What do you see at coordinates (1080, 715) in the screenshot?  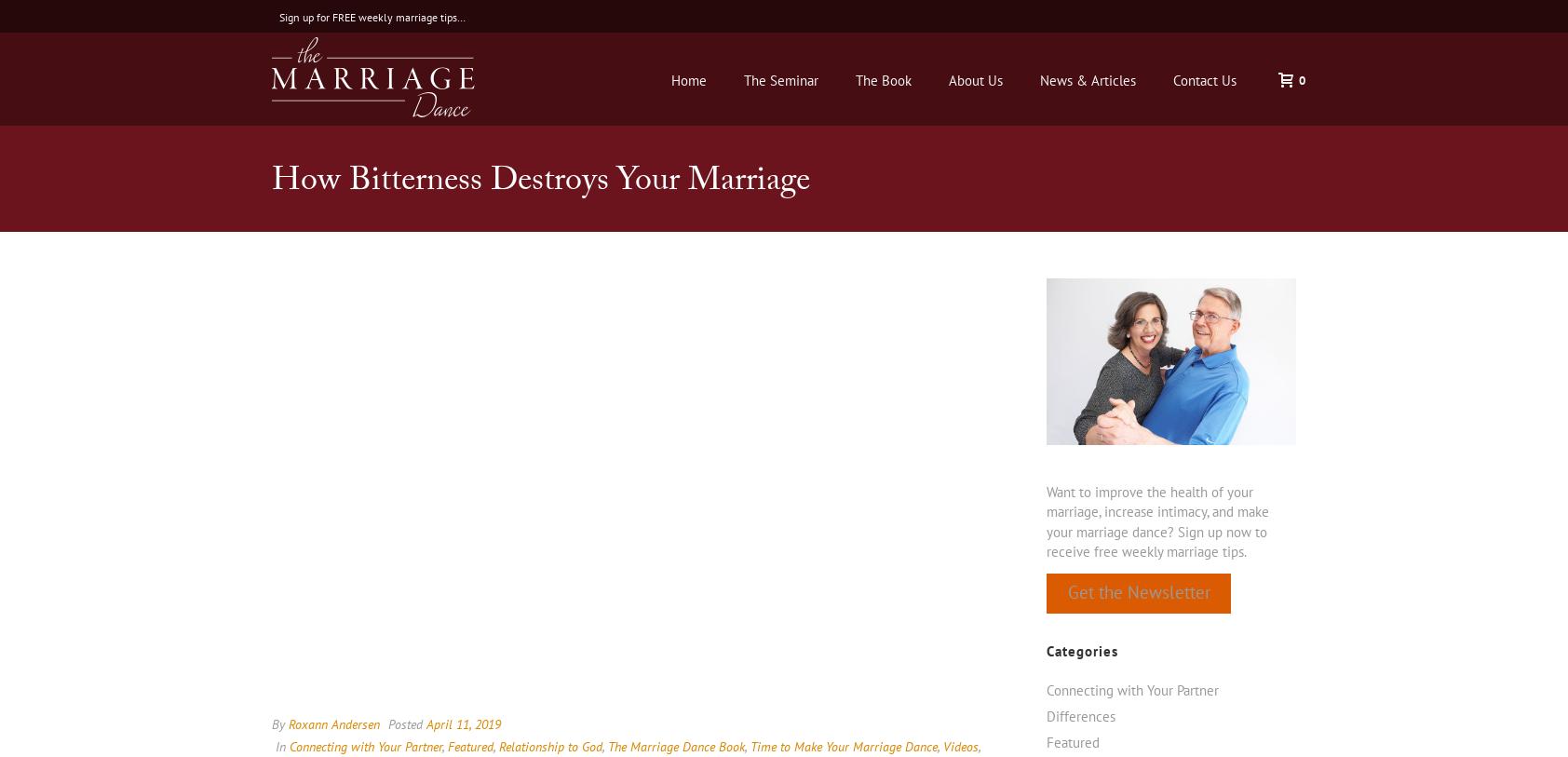 I see `'Differences'` at bounding box center [1080, 715].